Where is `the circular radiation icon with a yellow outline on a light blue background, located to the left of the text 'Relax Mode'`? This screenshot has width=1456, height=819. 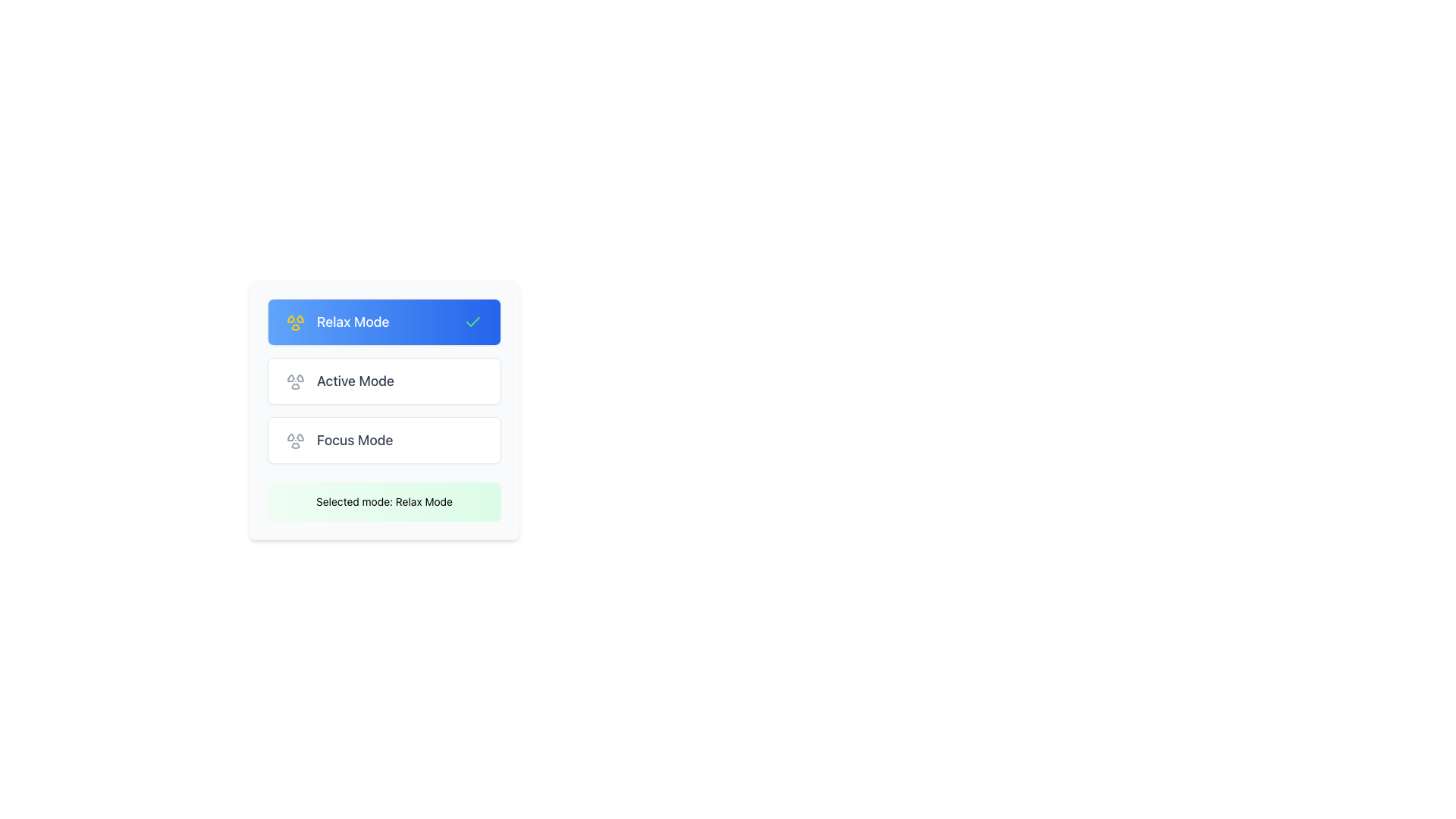 the circular radiation icon with a yellow outline on a light blue background, located to the left of the text 'Relax Mode' is located at coordinates (295, 321).